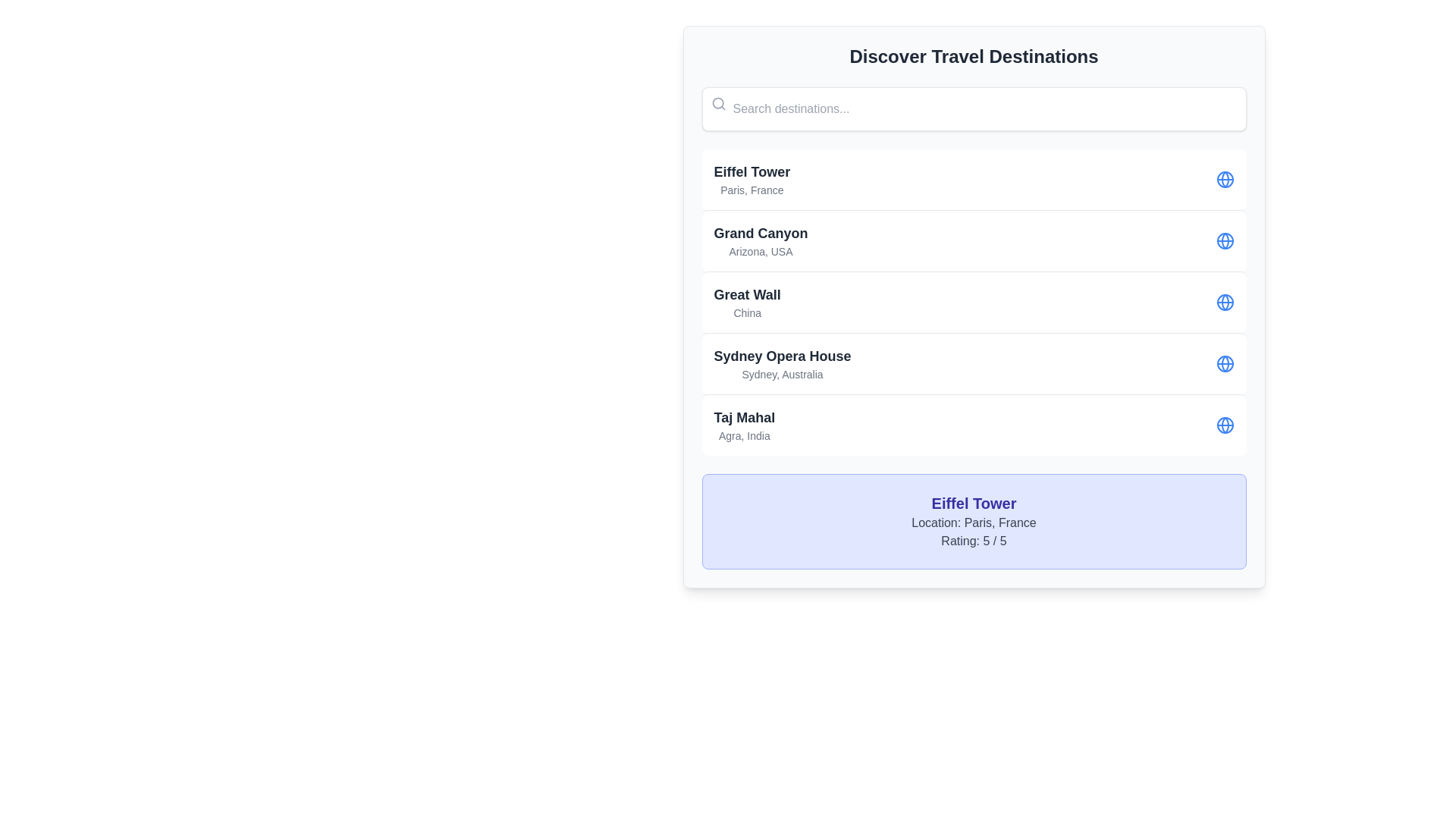 This screenshot has height=819, width=1456. Describe the element at coordinates (1225, 240) in the screenshot. I see `the third globe icon on the right side of the destination list, which aligns with the 'Great Wall' text` at that location.